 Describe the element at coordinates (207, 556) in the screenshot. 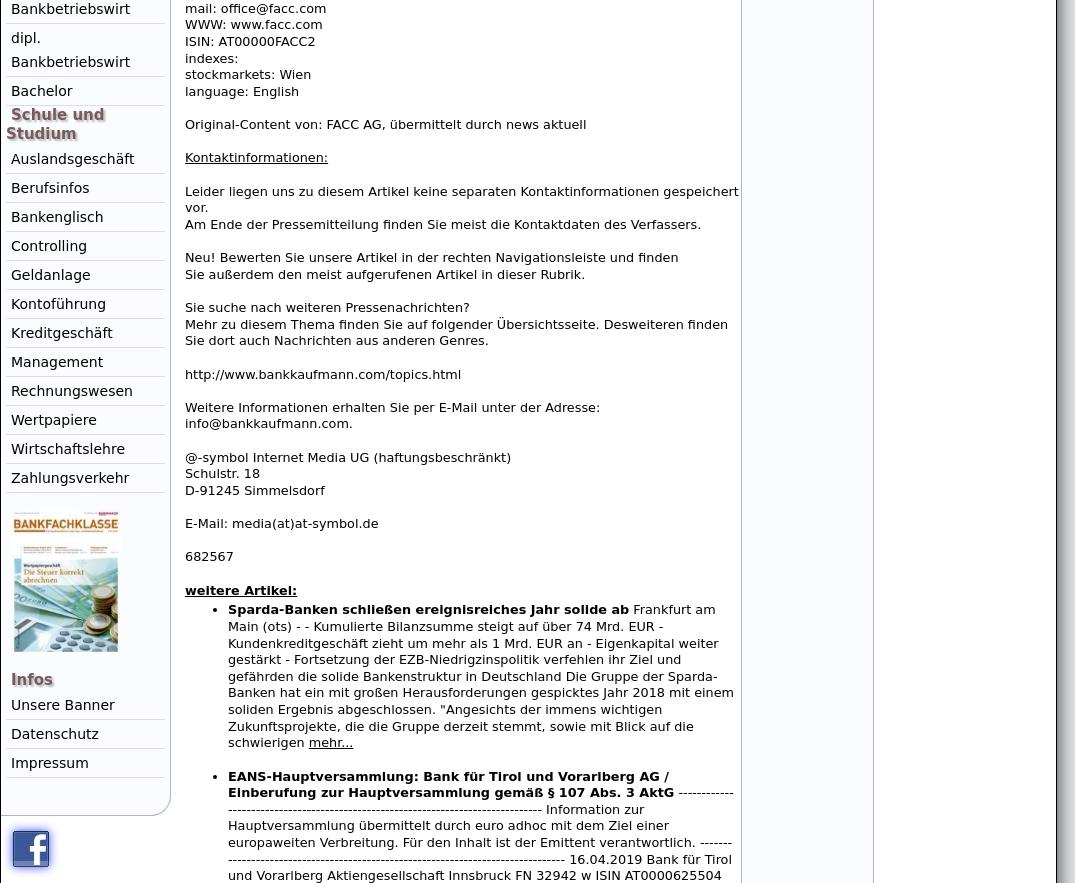

I see `'682567'` at that location.